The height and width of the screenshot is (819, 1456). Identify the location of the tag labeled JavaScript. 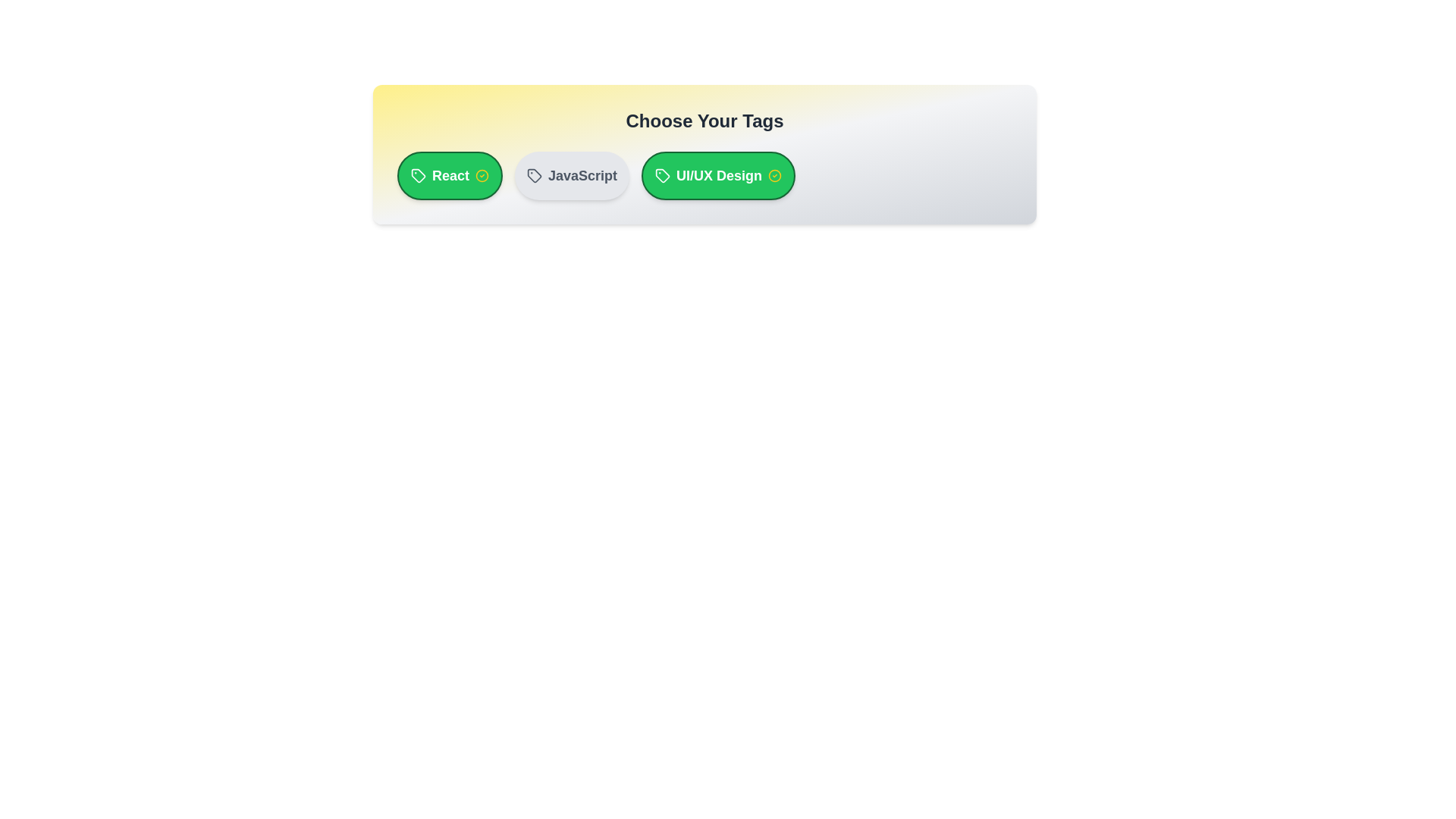
(571, 174).